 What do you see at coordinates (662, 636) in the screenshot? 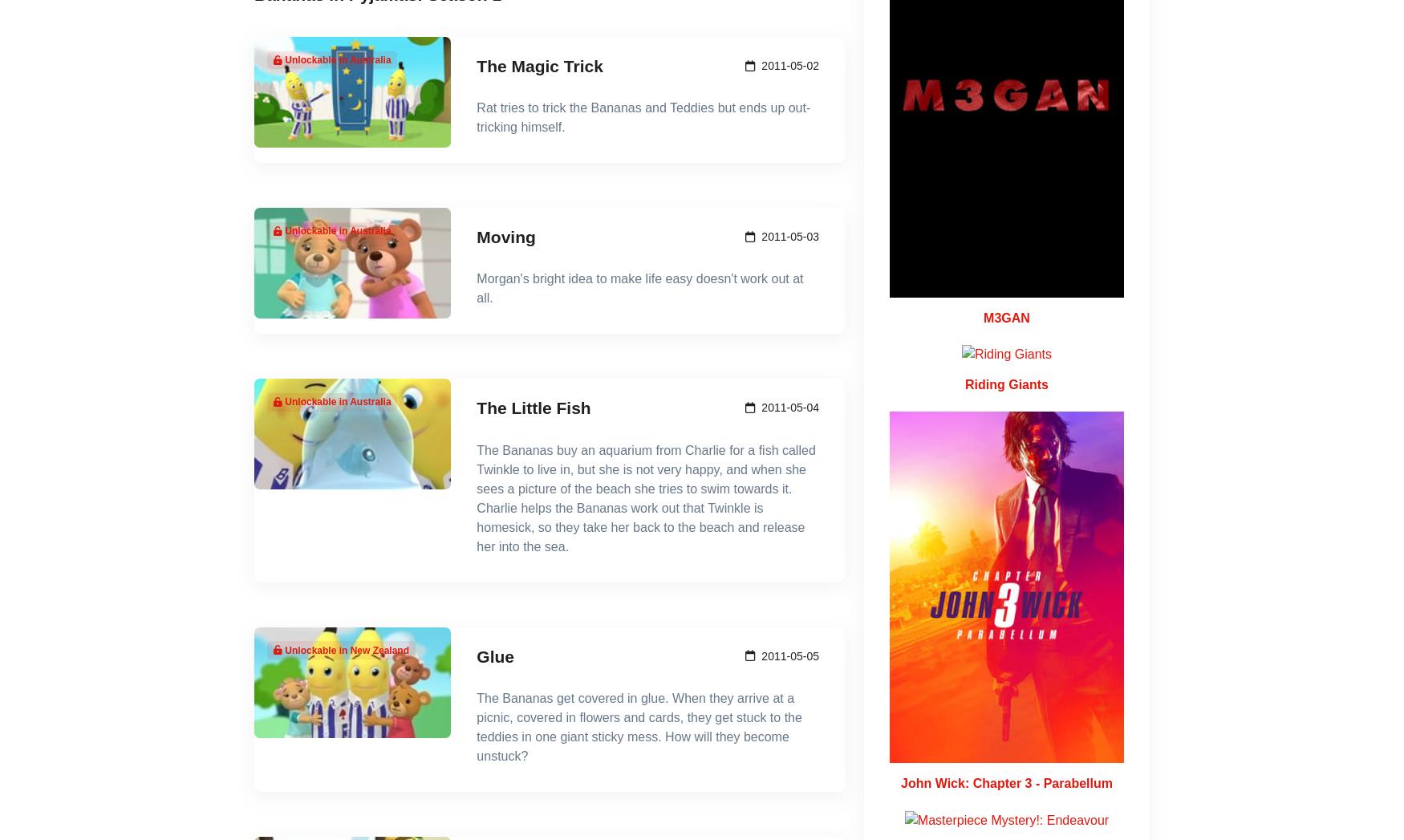
I see `'This page may include affiliate links, and we may earn a commission (at no cost to you) if you use them to make a purchase. These proceeds help fund this website.'` at bounding box center [662, 636].